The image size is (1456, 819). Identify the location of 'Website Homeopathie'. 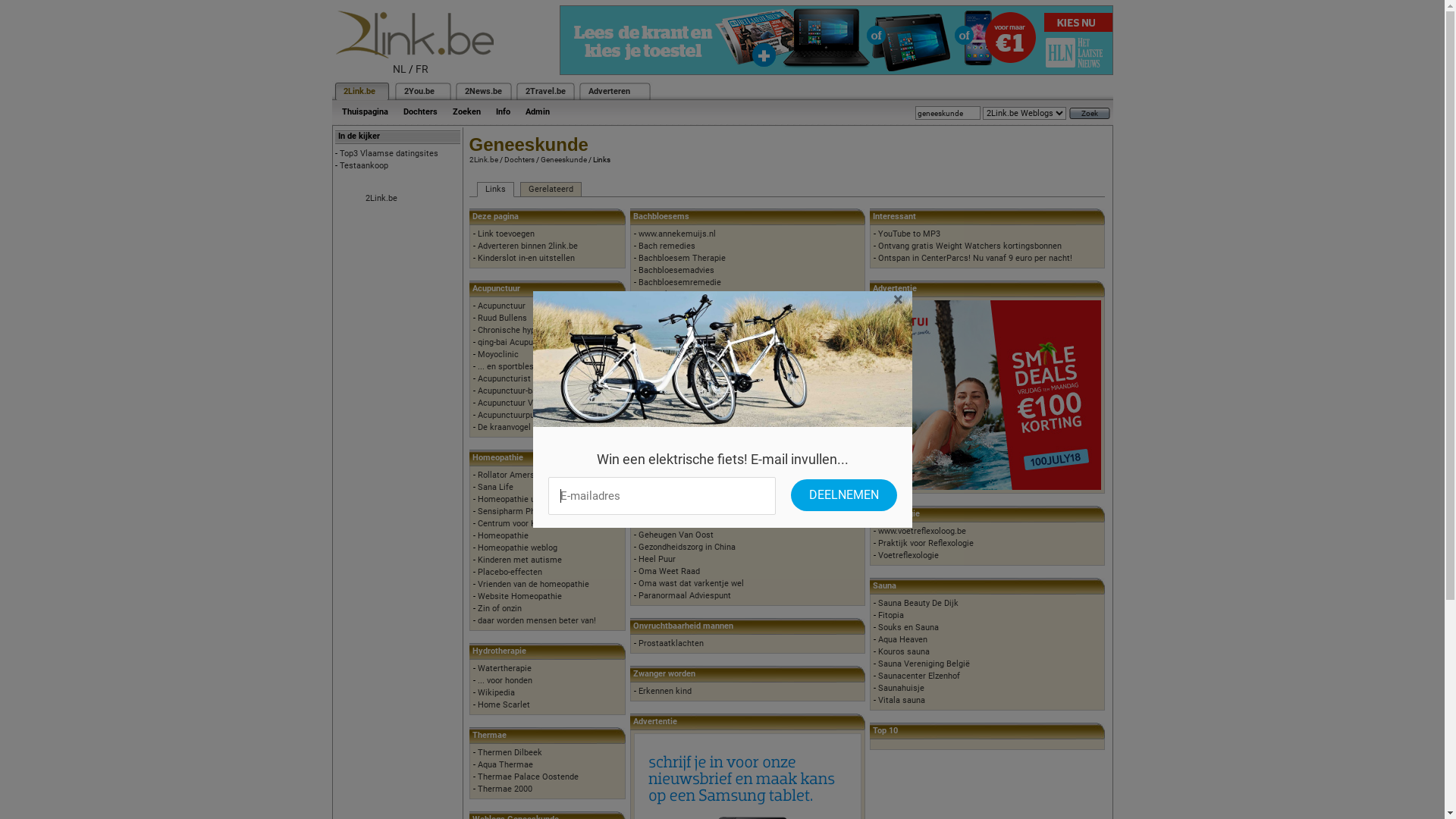
(476, 595).